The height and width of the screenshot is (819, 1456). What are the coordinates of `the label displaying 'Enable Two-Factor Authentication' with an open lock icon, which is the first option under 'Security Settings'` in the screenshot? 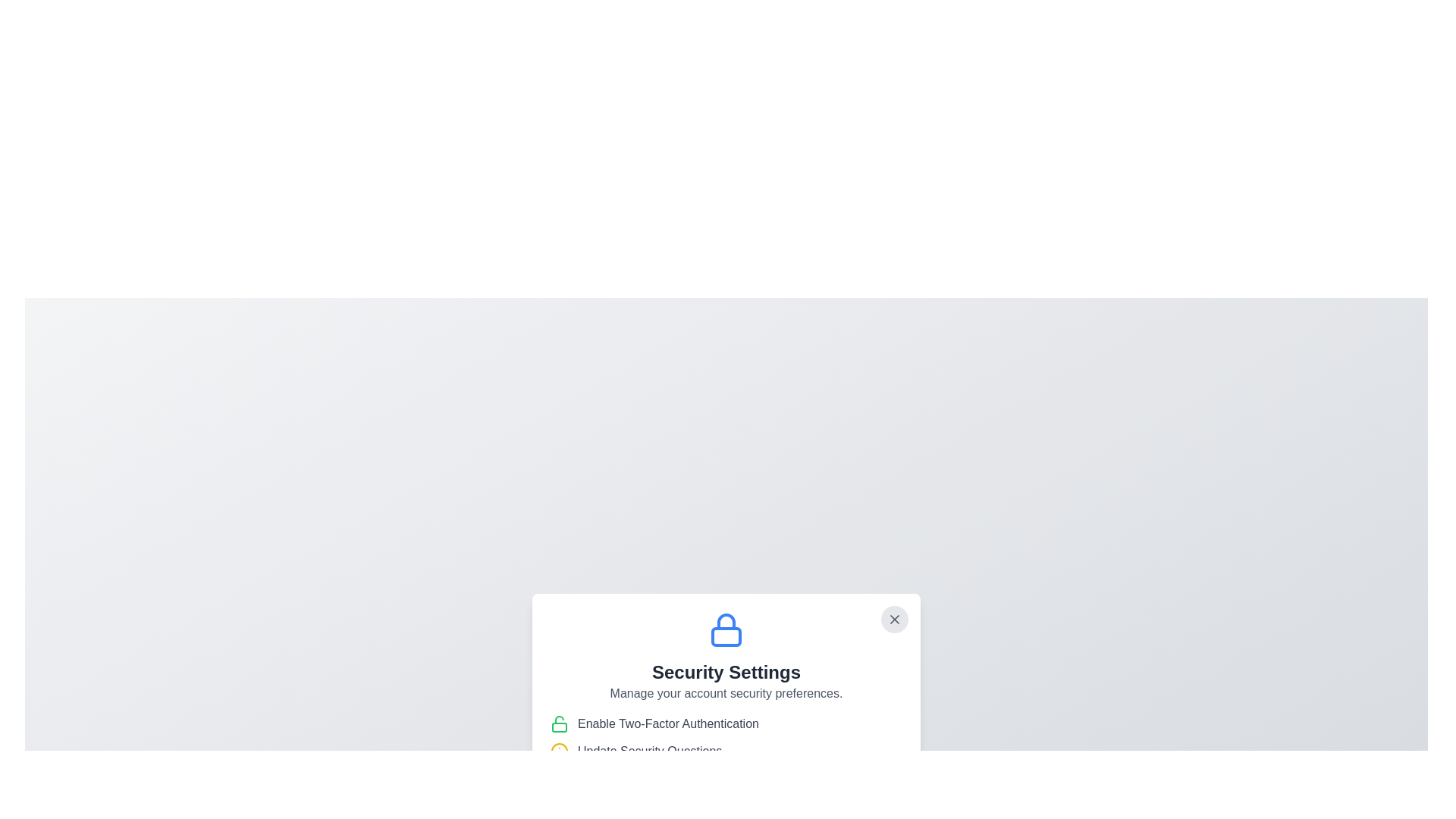 It's located at (726, 723).